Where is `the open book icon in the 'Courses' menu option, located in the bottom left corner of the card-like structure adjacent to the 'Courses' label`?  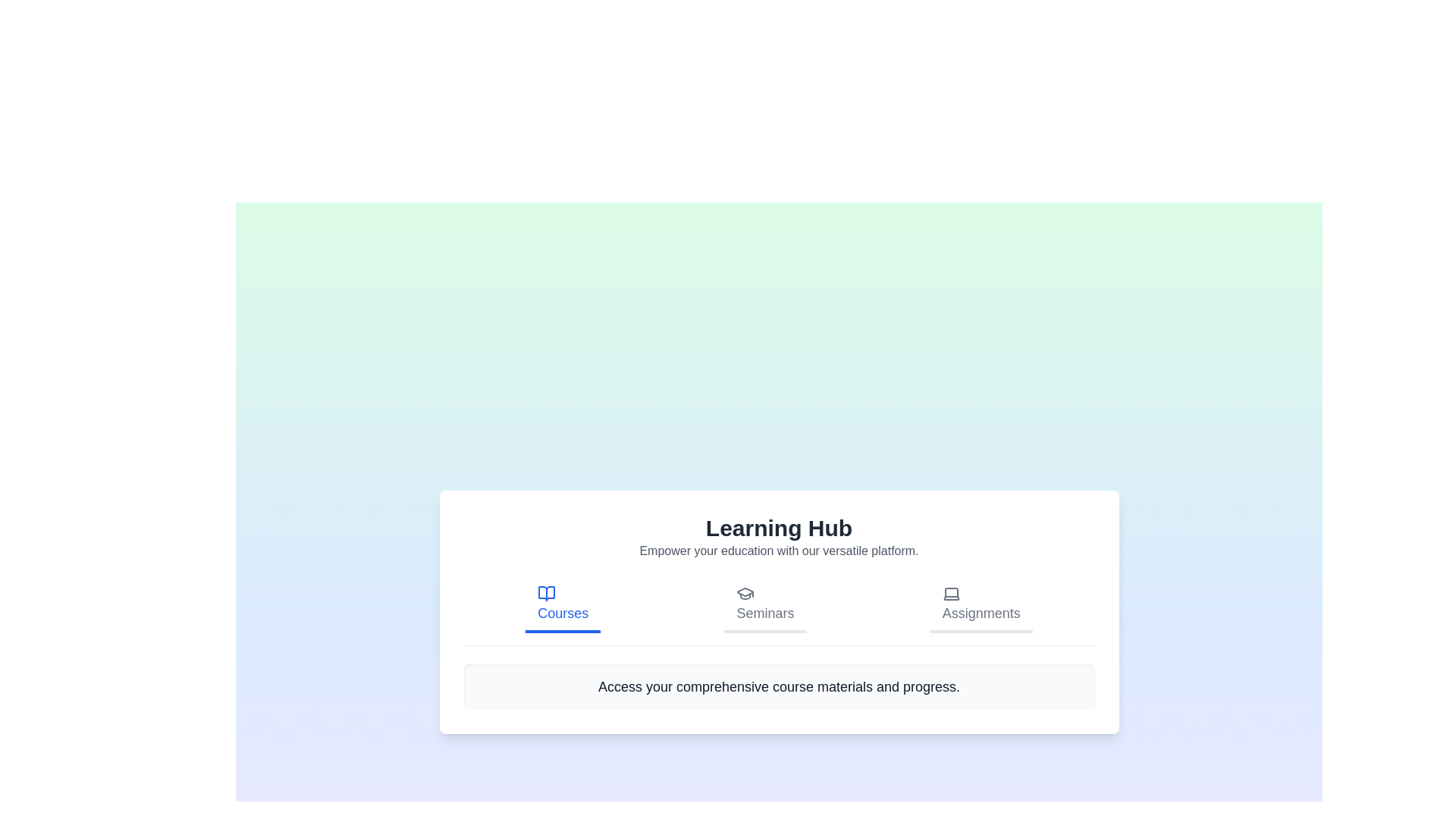
the open book icon in the 'Courses' menu option, located in the bottom left corner of the card-like structure adjacent to the 'Courses' label is located at coordinates (546, 592).